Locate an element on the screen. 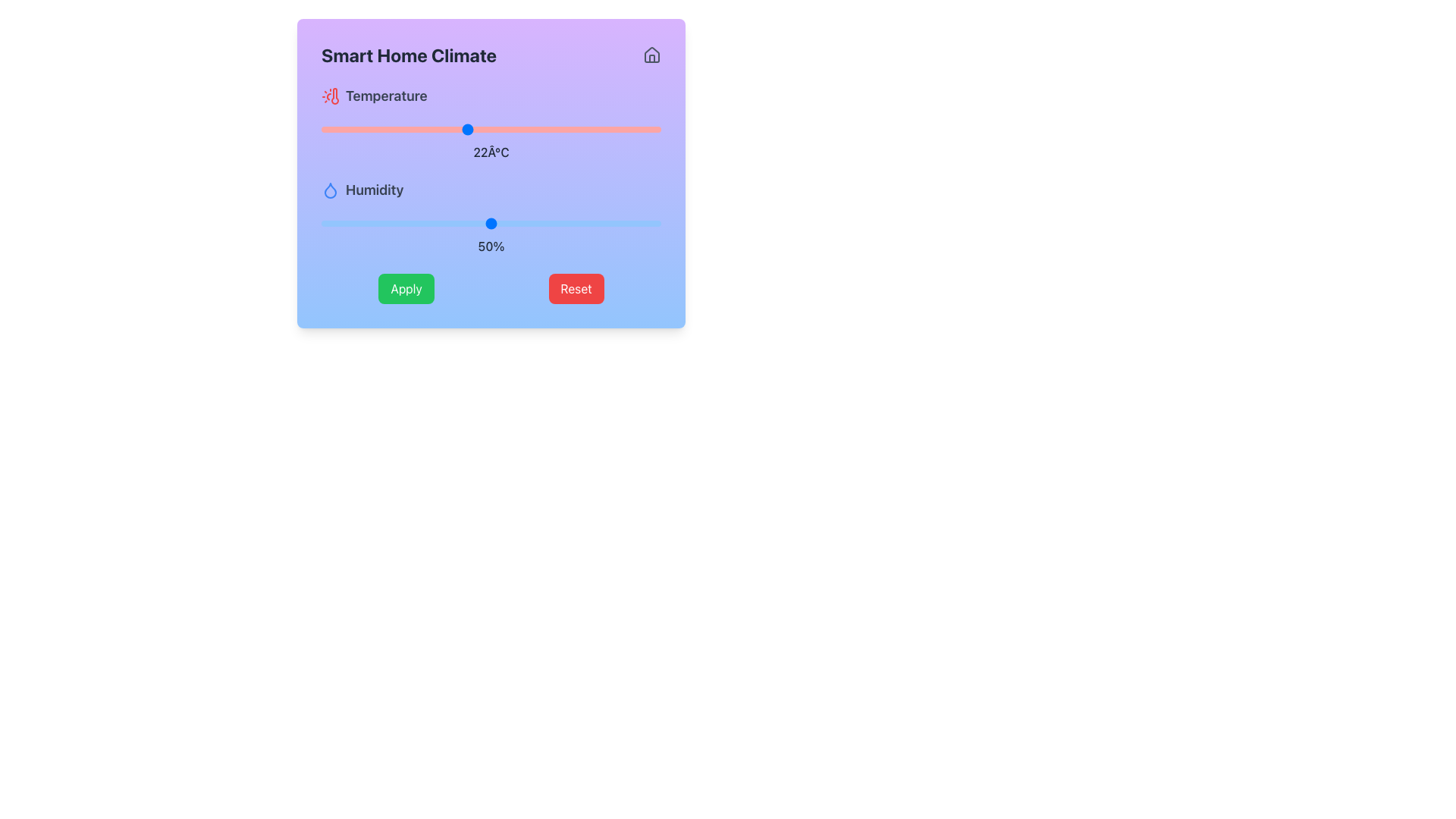 This screenshot has height=819, width=1456. the red thermometer icon, which is located next to the 'Temperature' label in the upper-left area of the interface, to gather context from surrounding elements is located at coordinates (334, 96).